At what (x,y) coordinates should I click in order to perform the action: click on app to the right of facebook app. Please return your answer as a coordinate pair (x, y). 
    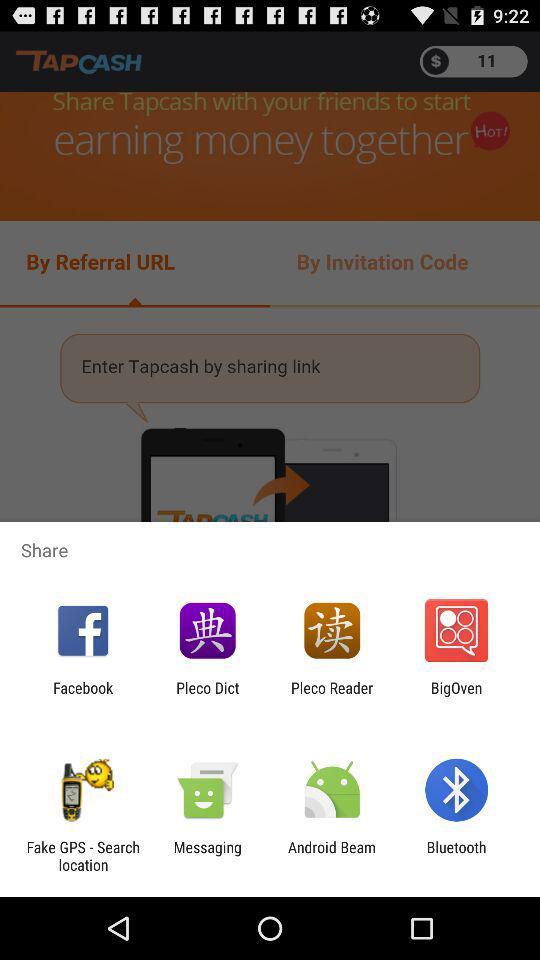
    Looking at the image, I should click on (206, 696).